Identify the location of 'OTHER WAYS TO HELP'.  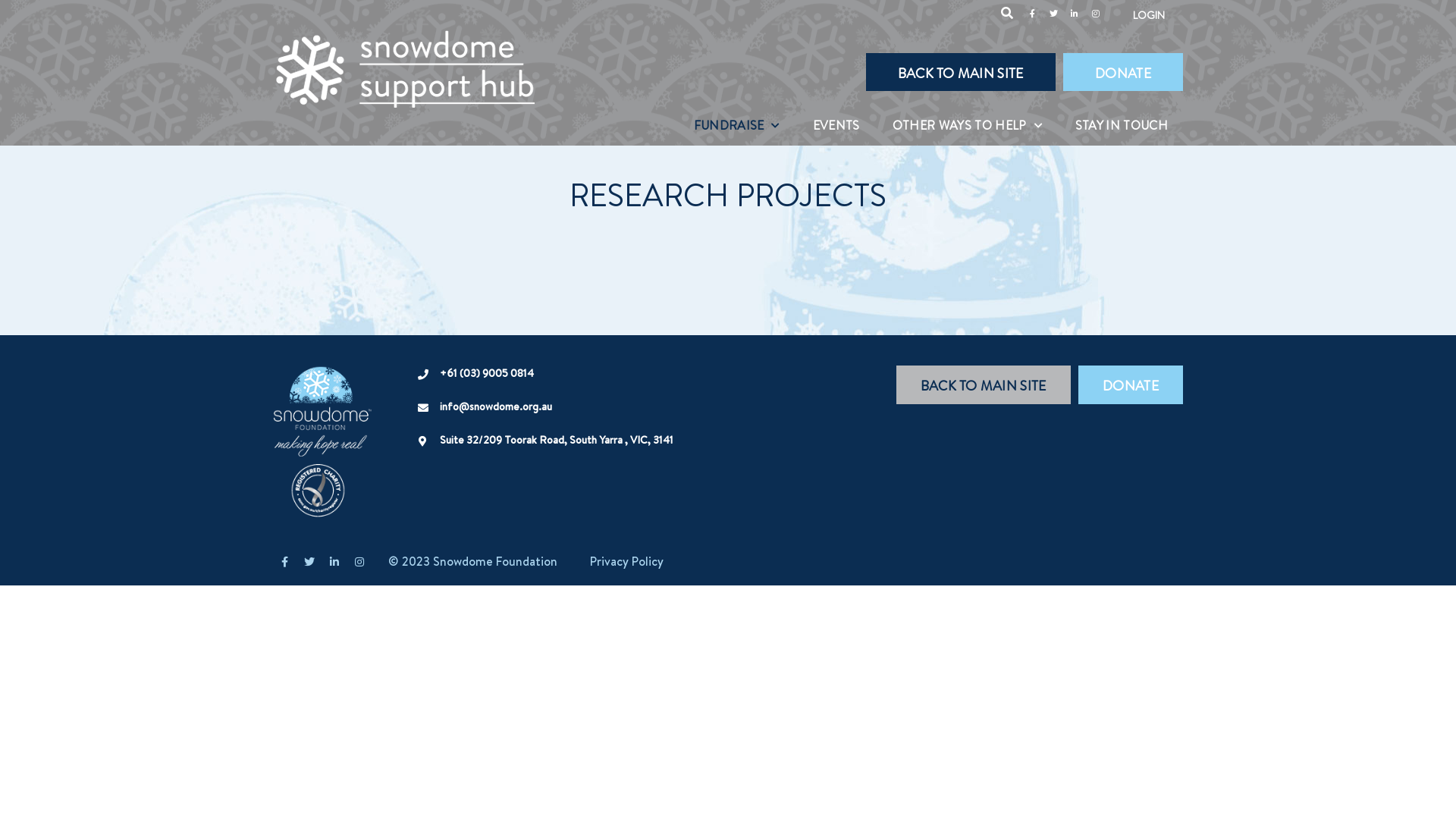
(877, 124).